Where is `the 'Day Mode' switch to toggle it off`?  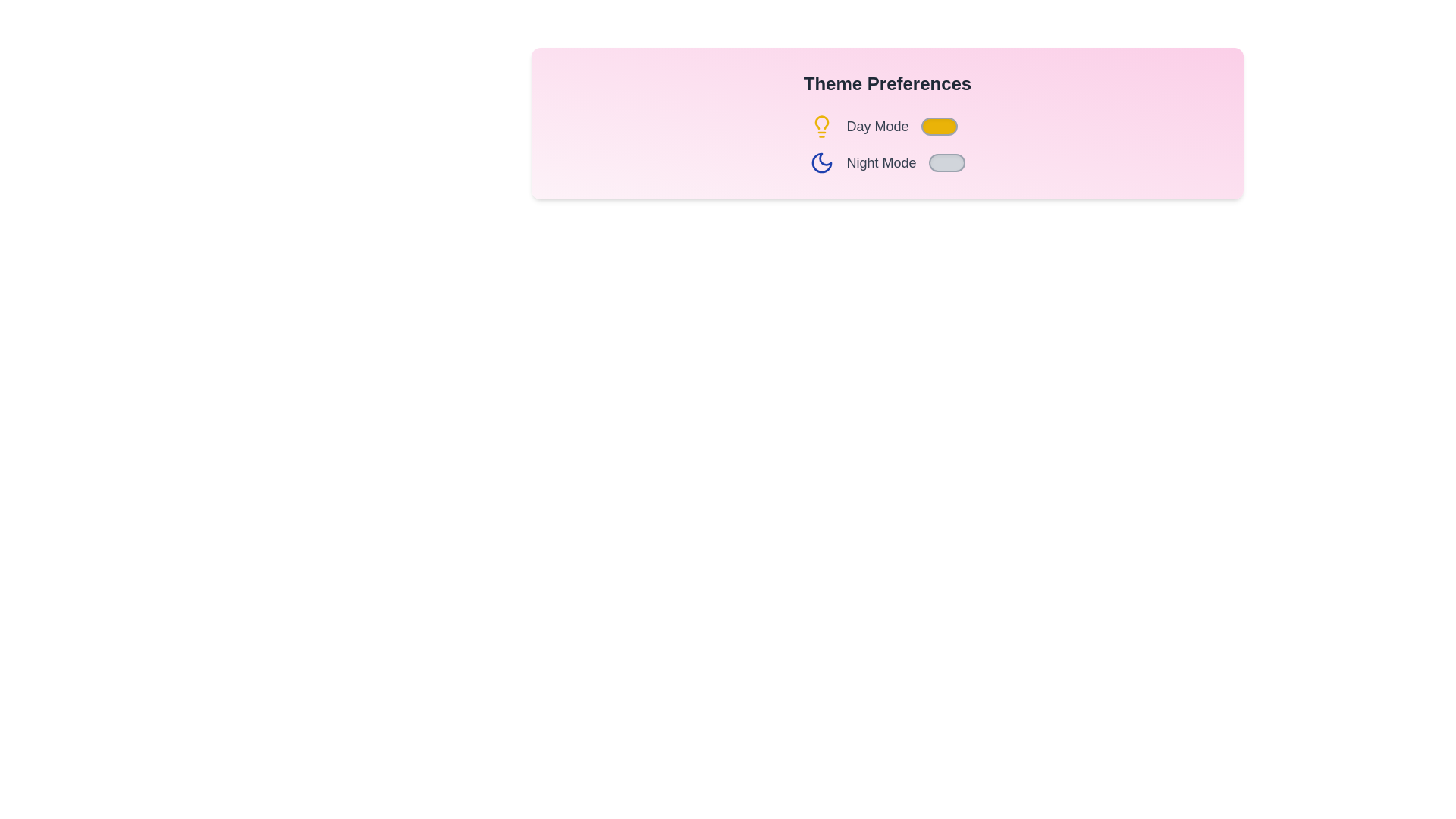
the 'Day Mode' switch to toggle it off is located at coordinates (938, 125).